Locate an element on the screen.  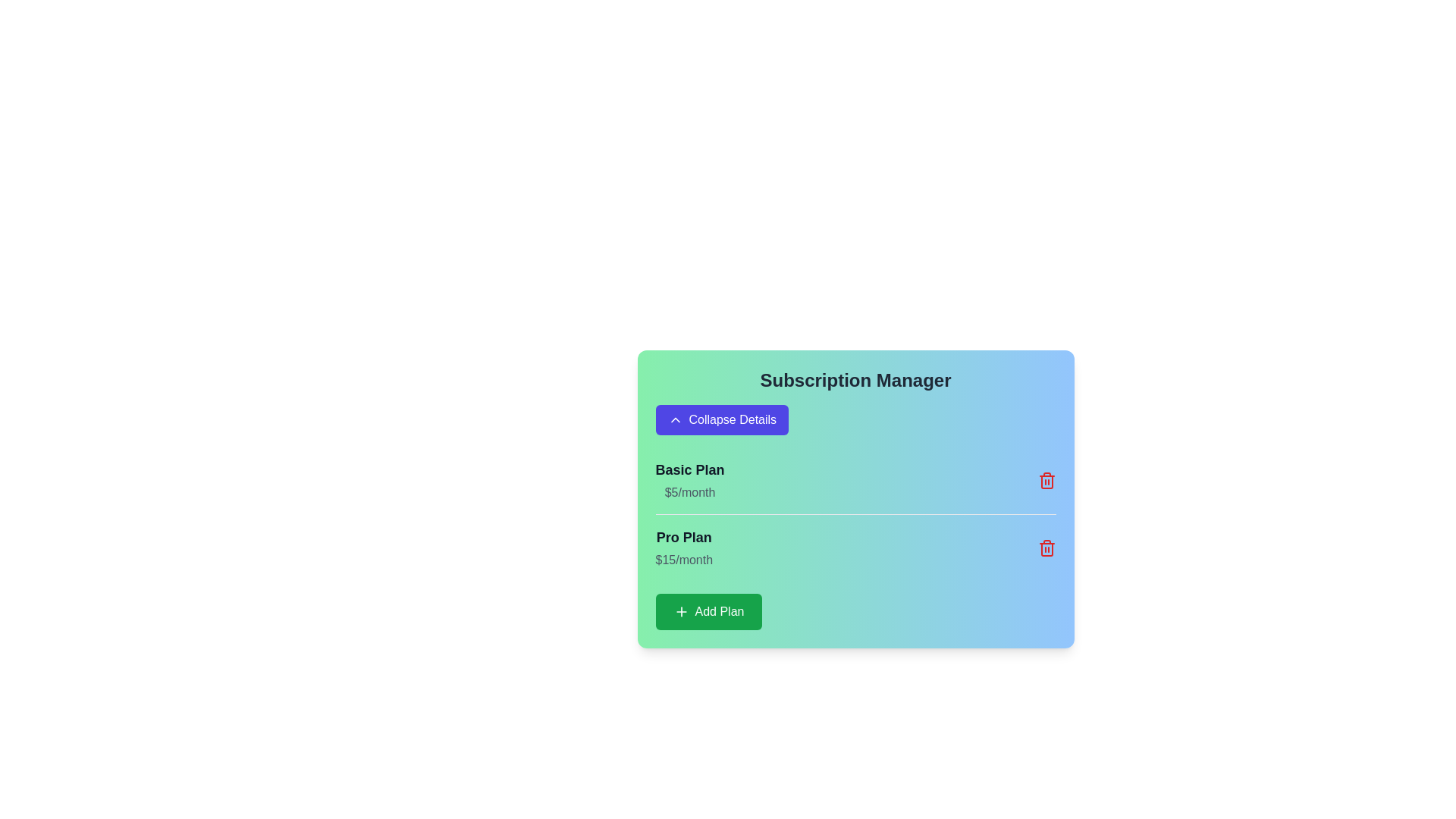
the text label displaying the monthly subscription price for the Basic Plan, which shows '$5/month' located below 'Basic Plan' in the subscription management interface is located at coordinates (689, 493).